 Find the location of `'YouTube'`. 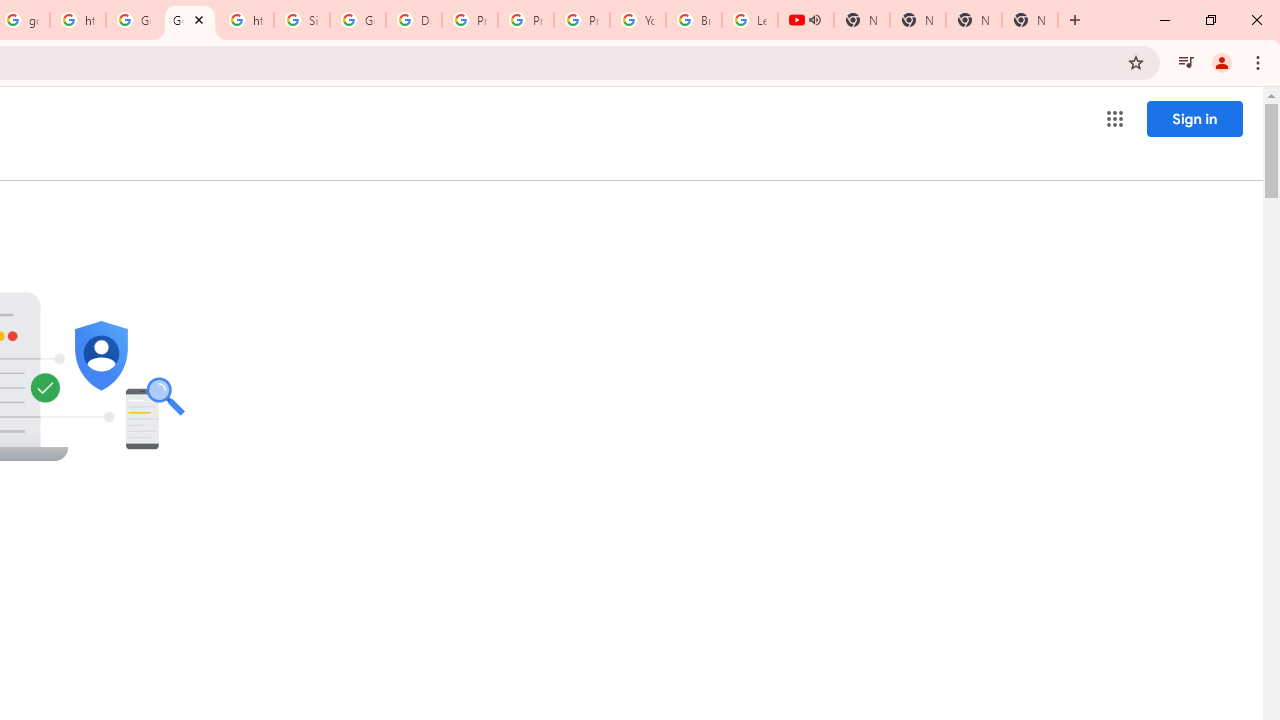

'YouTube' is located at coordinates (637, 20).